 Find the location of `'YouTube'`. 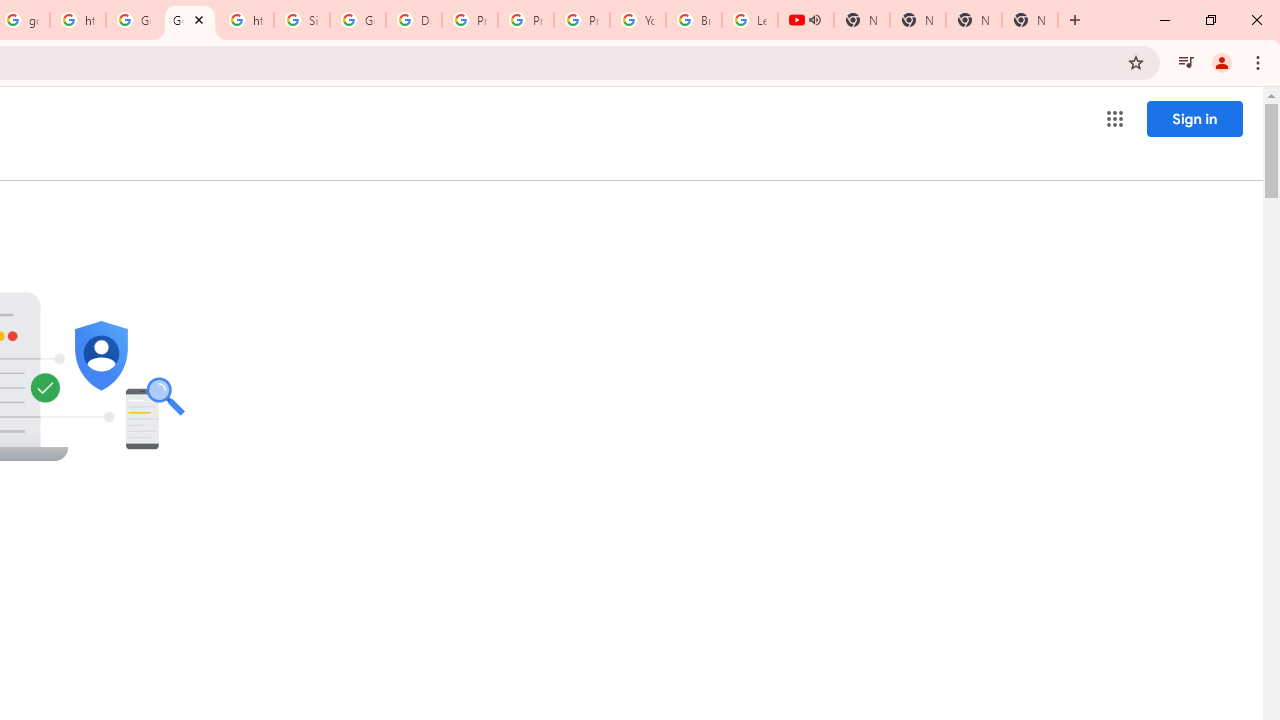

'YouTube' is located at coordinates (637, 20).